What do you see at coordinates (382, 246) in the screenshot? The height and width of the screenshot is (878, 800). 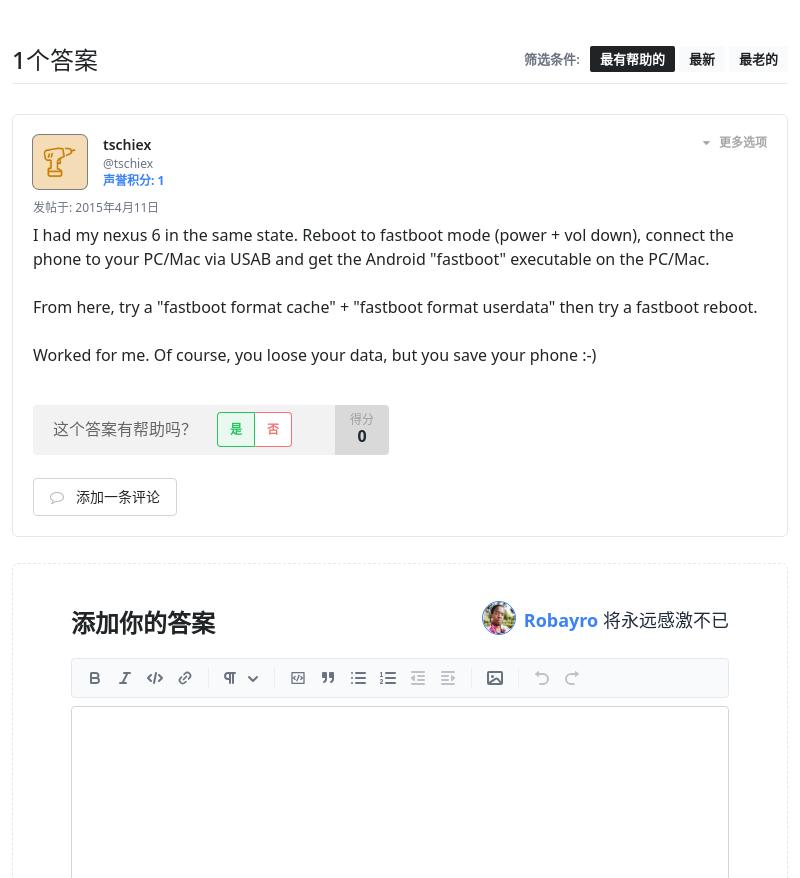 I see `'I had my nexus 6 in the same state. Reboot to fastboot mode (power + vol down), connect the phone to your PC/Mac via USAB and get the Android "fastboot" executable on the PC/Mac.'` at bounding box center [382, 246].